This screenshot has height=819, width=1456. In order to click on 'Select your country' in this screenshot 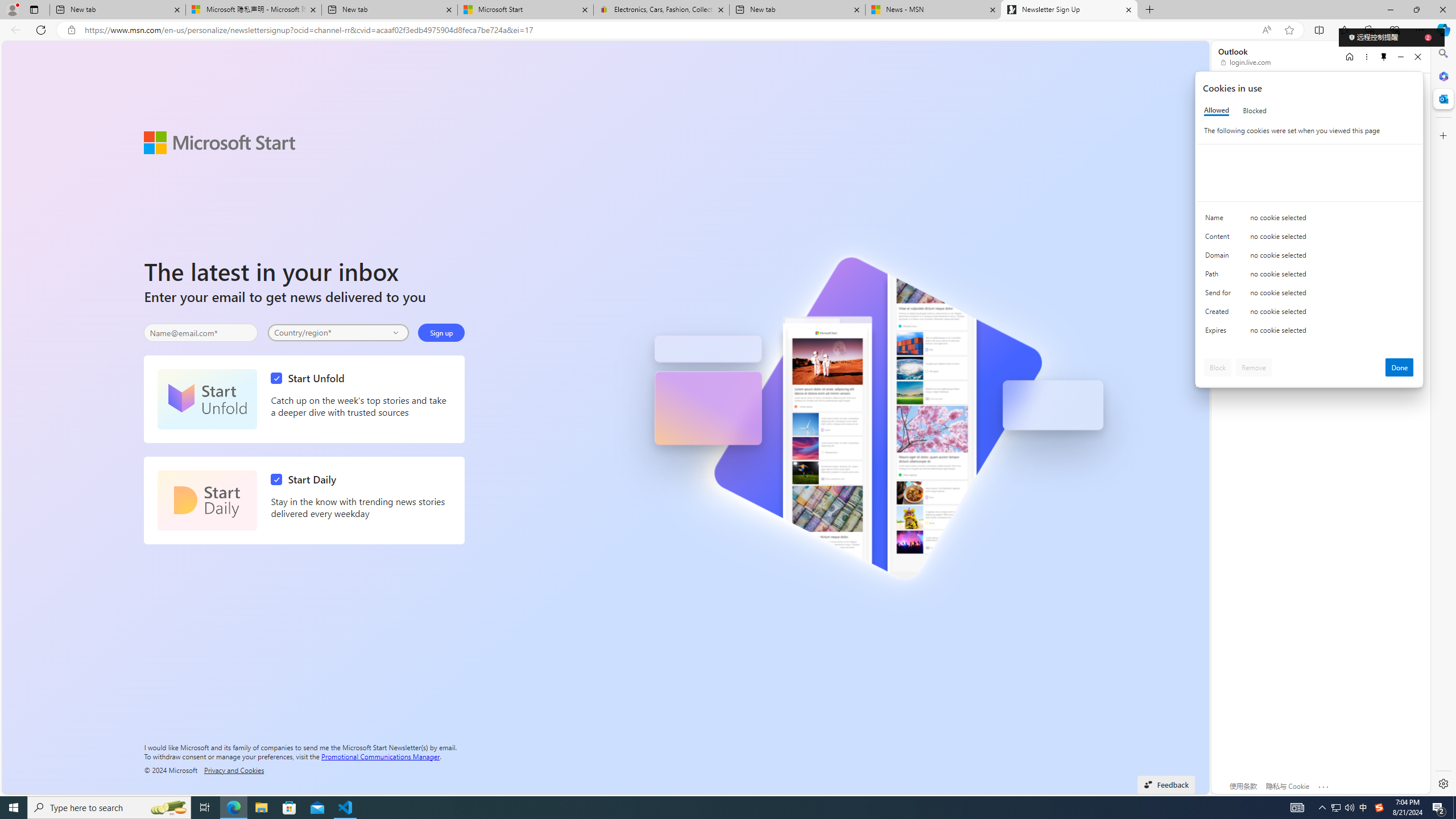, I will do `click(338, 333)`.